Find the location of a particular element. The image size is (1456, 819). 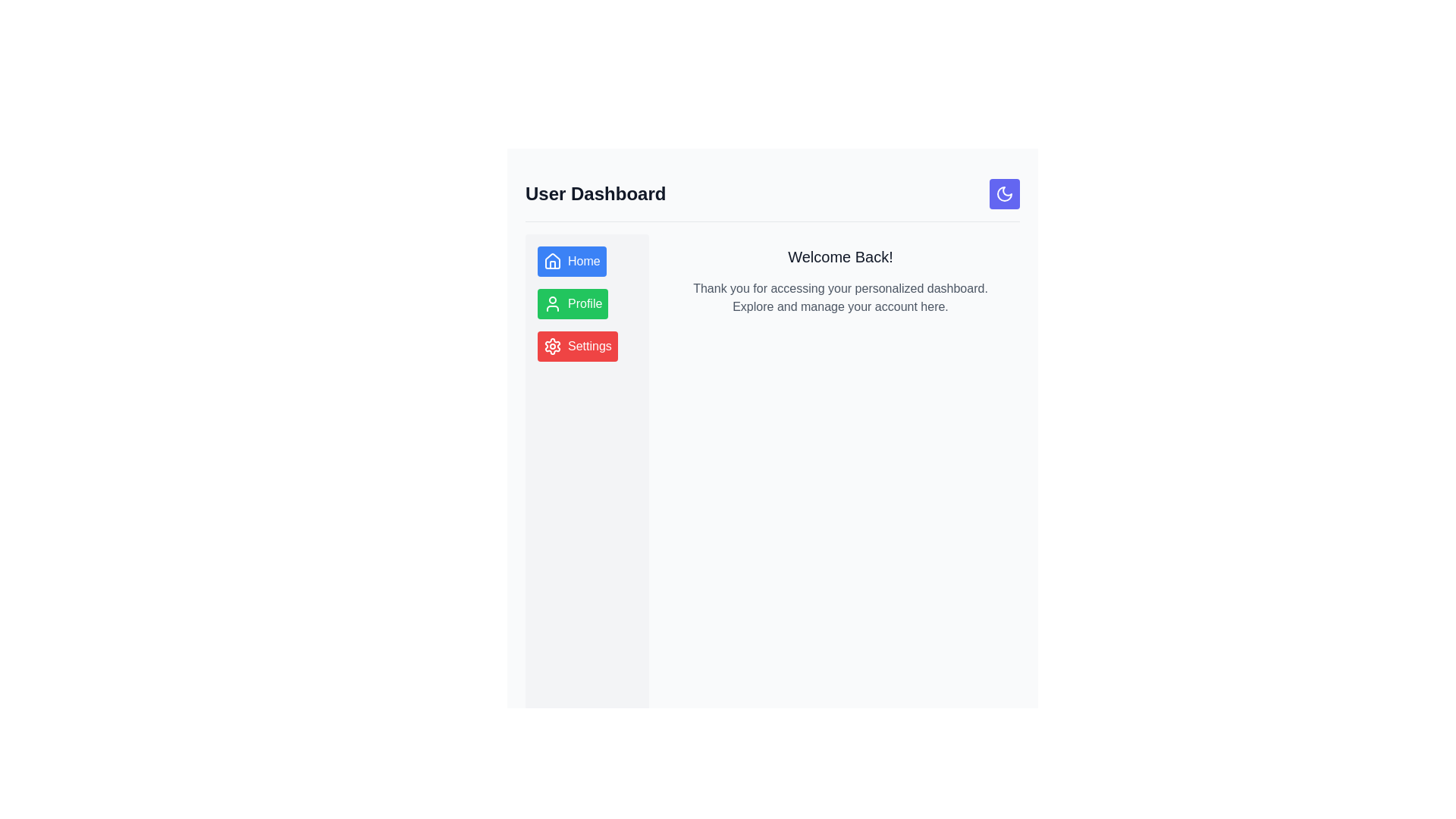

the 'Home' icon located on the left side of the navigation bar is located at coordinates (552, 260).